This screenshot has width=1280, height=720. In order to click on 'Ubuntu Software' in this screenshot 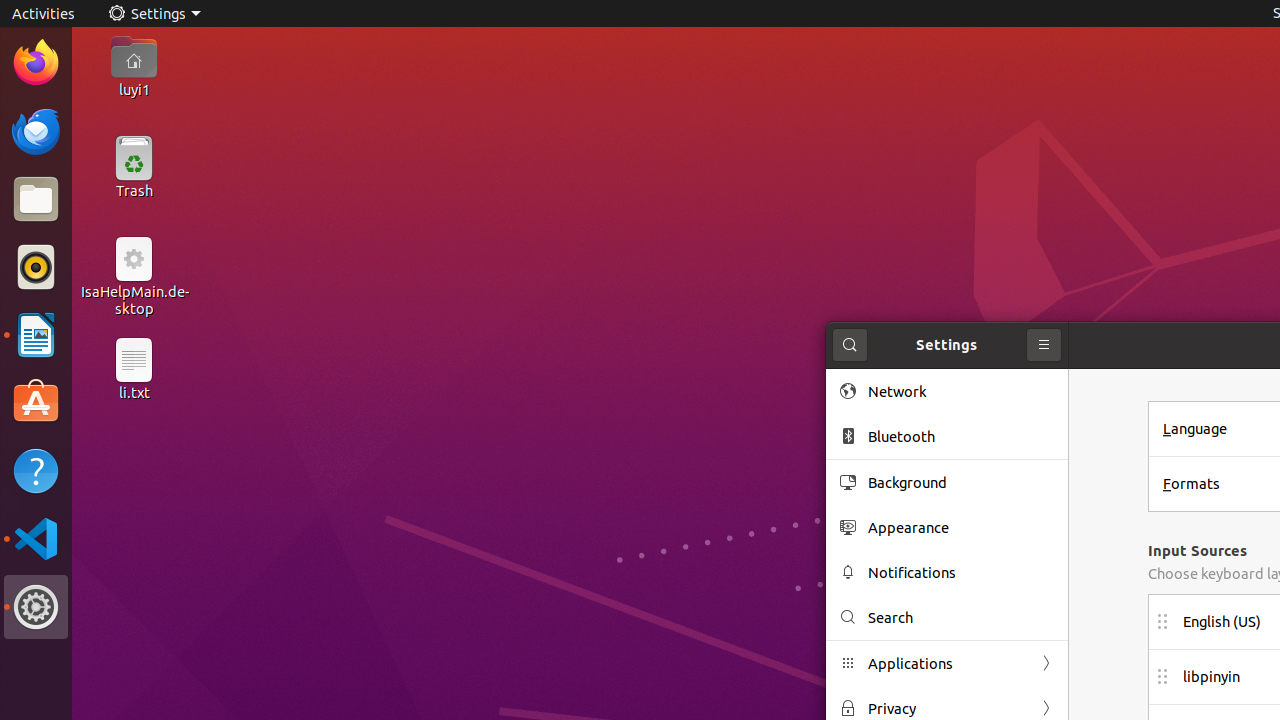, I will do `click(35, 403)`.